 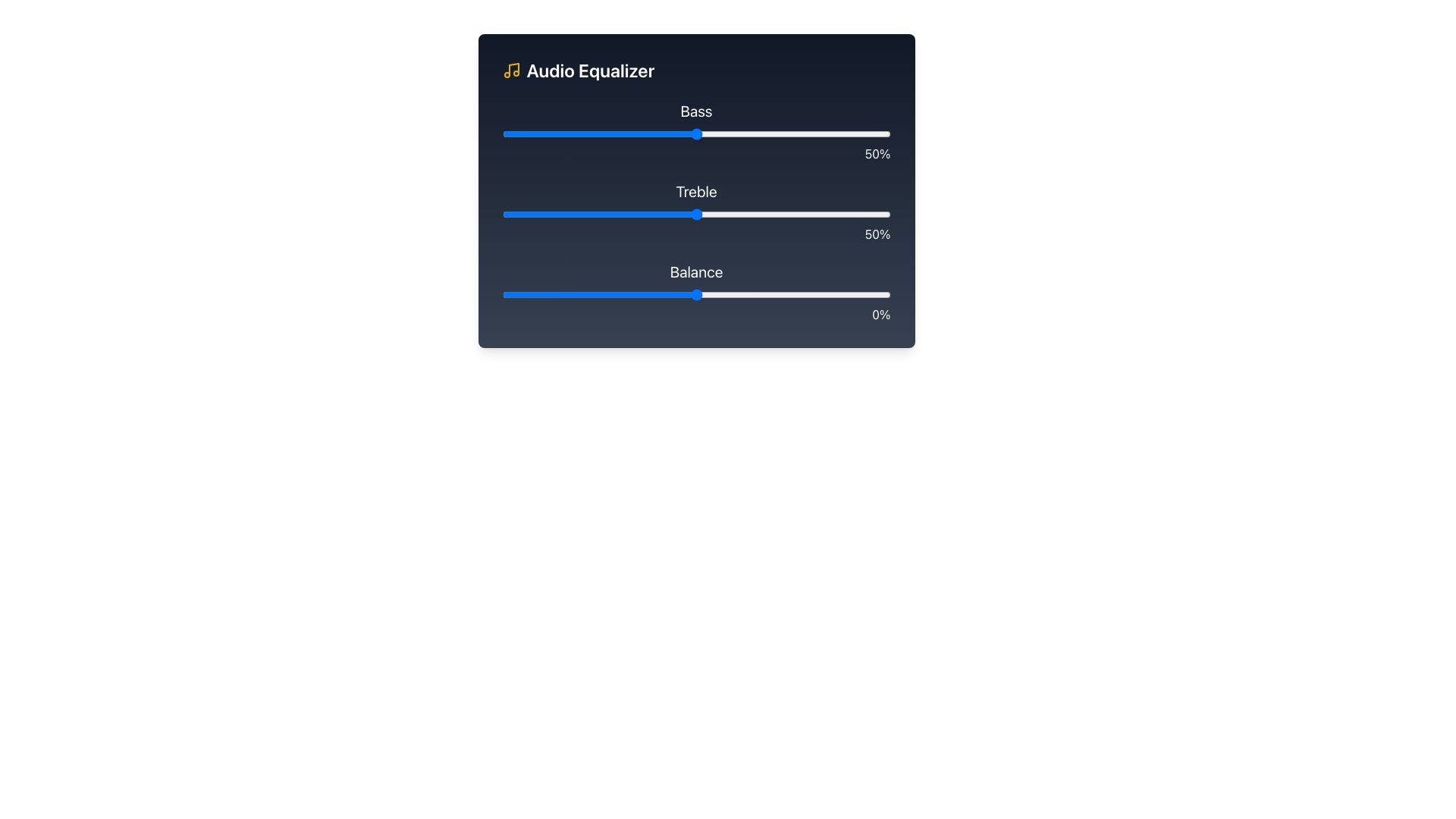 What do you see at coordinates (762, 295) in the screenshot?
I see `balance` at bounding box center [762, 295].